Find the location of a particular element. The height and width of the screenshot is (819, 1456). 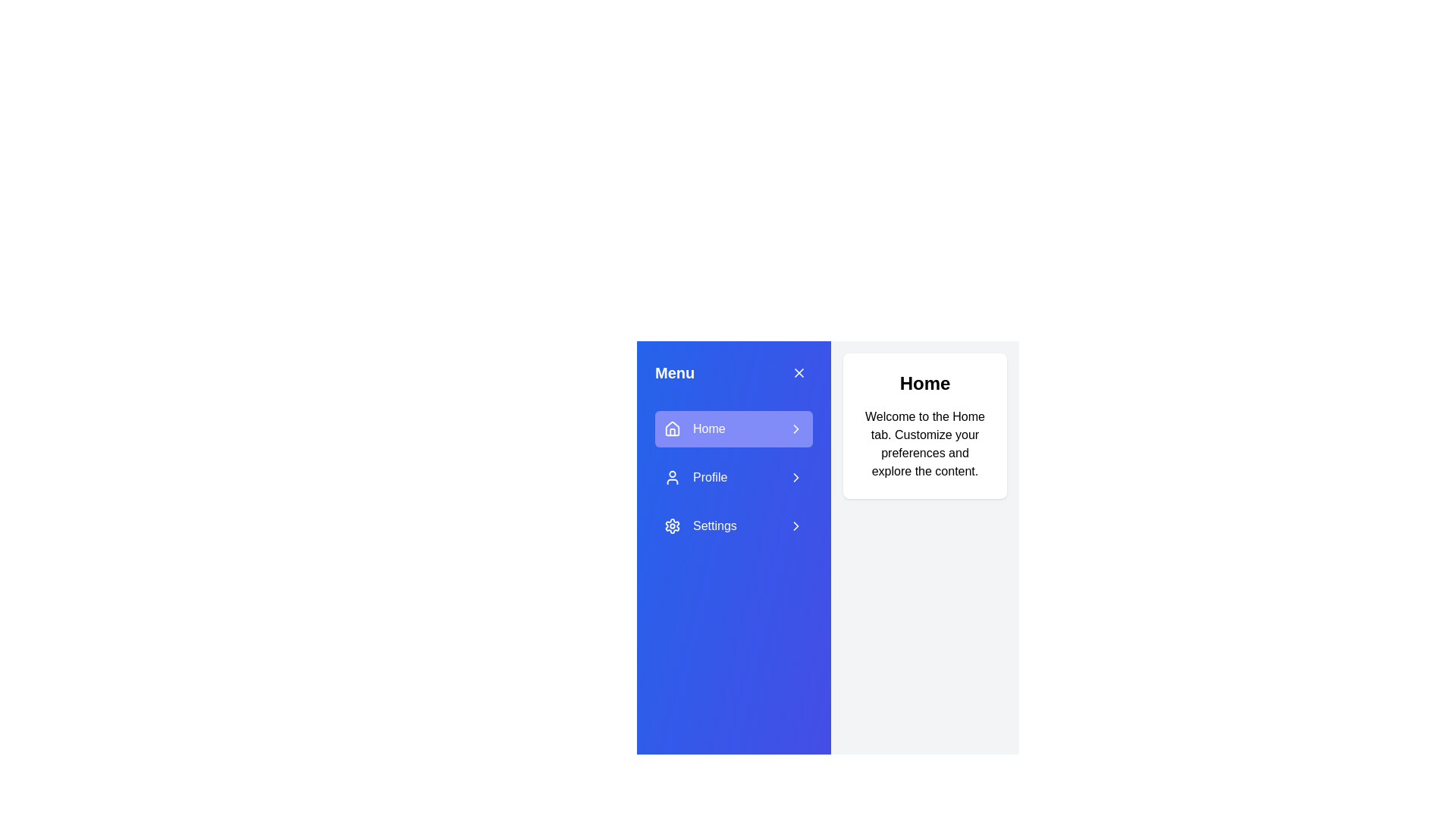

the bold 'Menu' label with white text on a blue background located in the top-left section of the blue sidebar is located at coordinates (674, 373).